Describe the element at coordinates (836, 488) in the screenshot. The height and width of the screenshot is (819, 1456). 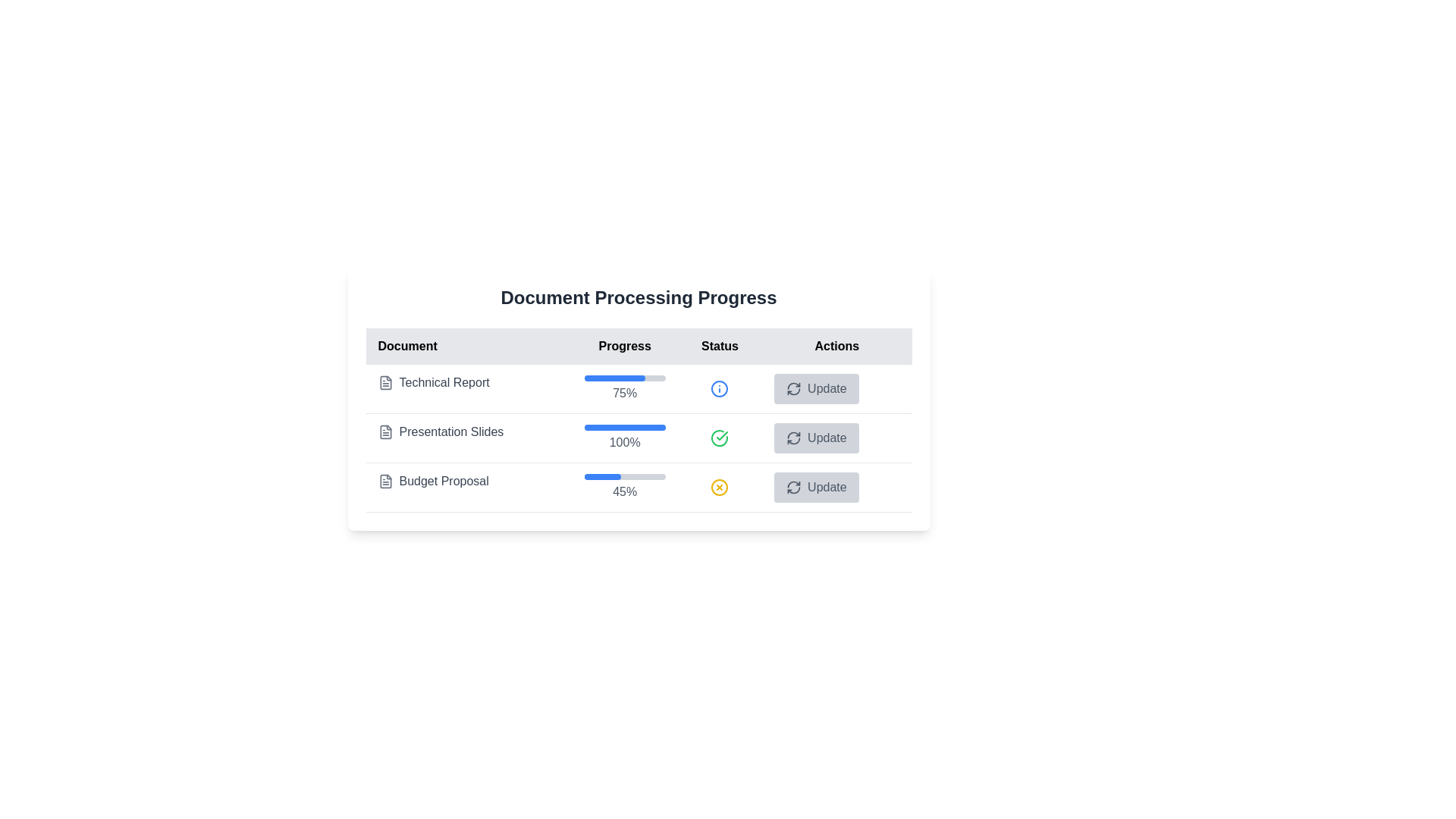
I see `the 'Update' button in the 'Actions' column of the third row for the document labeled 'Budget Proposal', which is styled in light gray with a refresh icon` at that location.